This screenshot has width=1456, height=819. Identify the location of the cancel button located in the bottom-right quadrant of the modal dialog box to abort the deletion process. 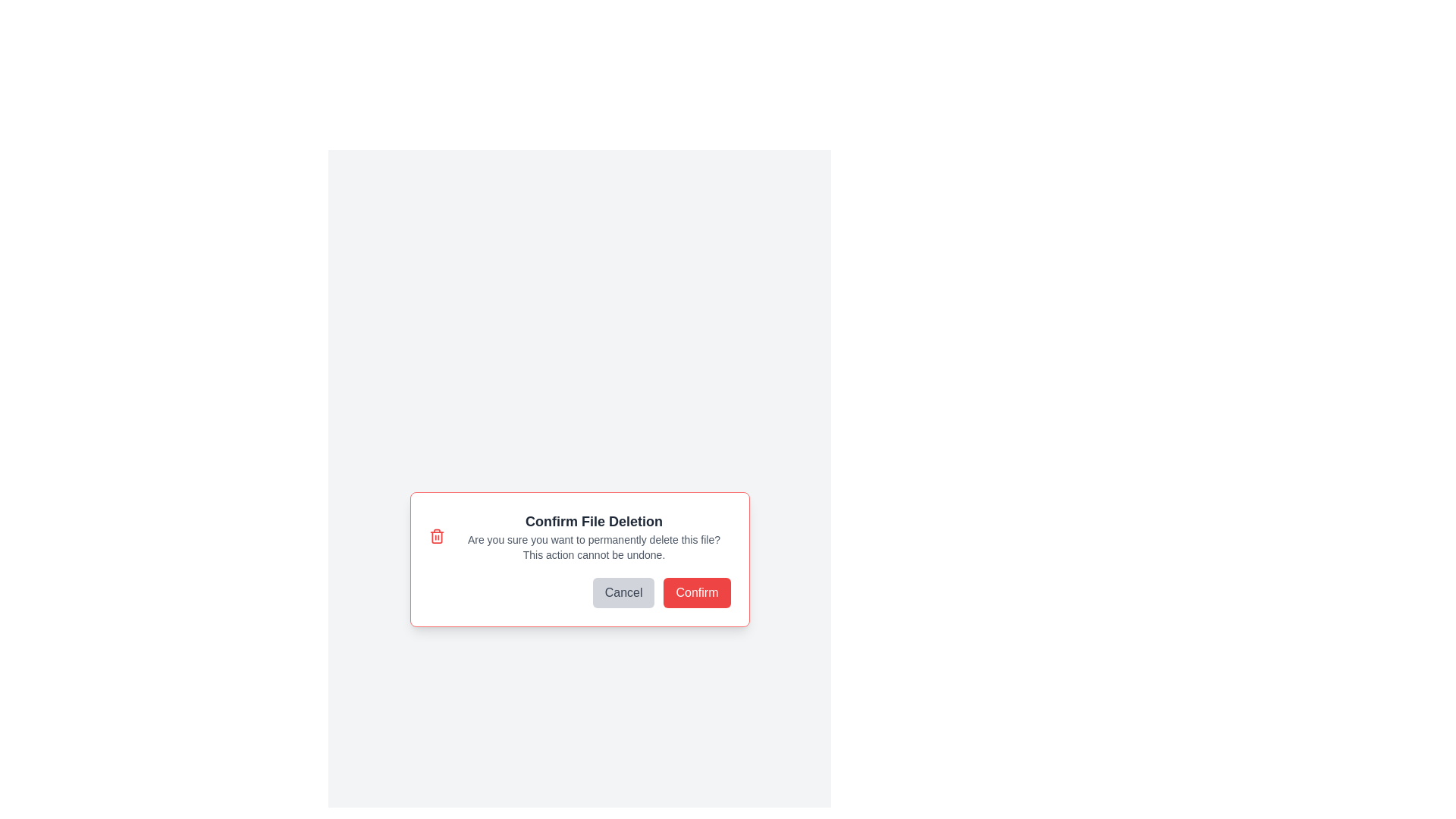
(623, 592).